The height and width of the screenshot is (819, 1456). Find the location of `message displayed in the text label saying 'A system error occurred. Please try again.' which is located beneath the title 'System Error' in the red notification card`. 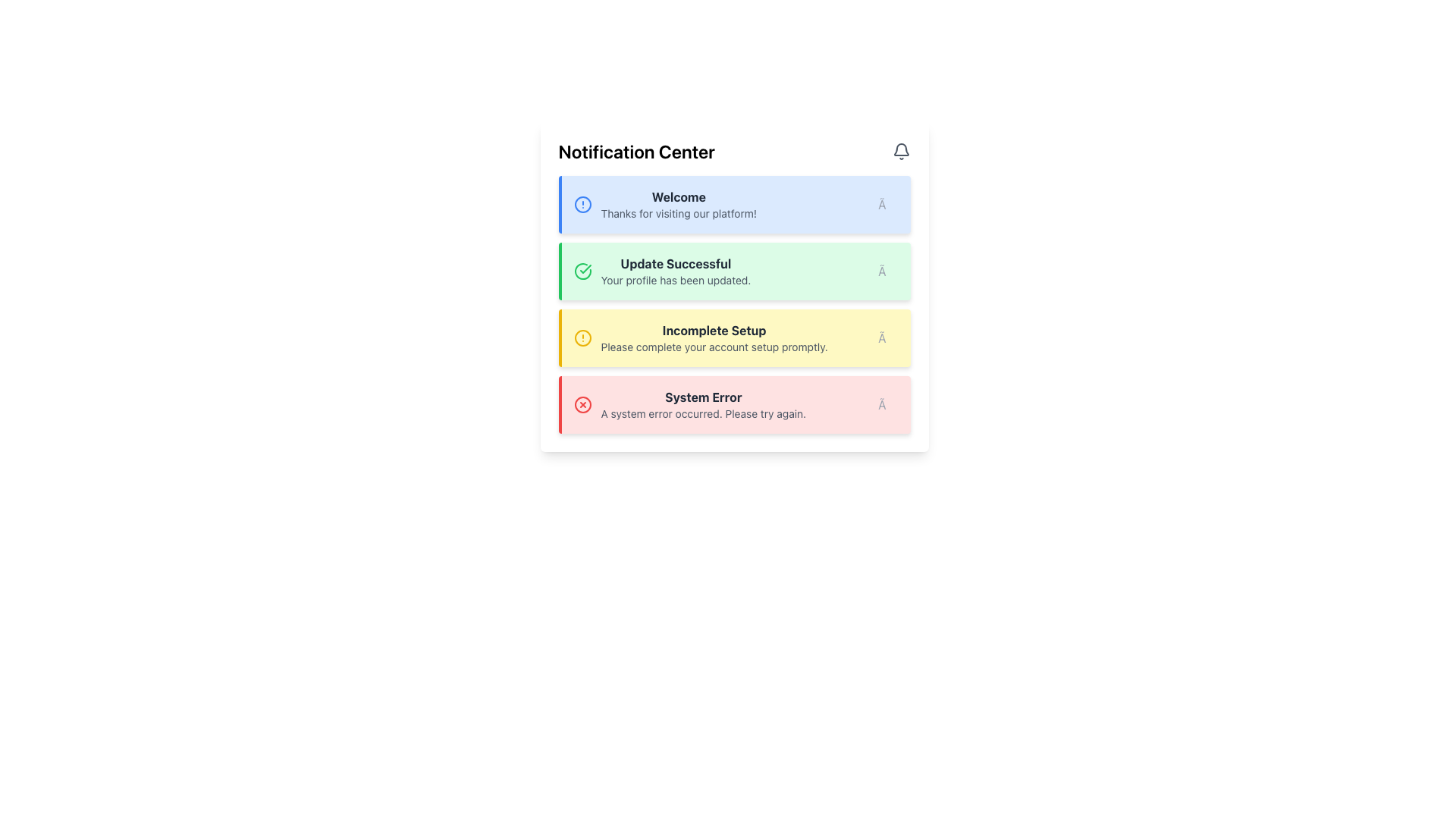

message displayed in the text label saying 'A system error occurred. Please try again.' which is located beneath the title 'System Error' in the red notification card is located at coordinates (702, 414).